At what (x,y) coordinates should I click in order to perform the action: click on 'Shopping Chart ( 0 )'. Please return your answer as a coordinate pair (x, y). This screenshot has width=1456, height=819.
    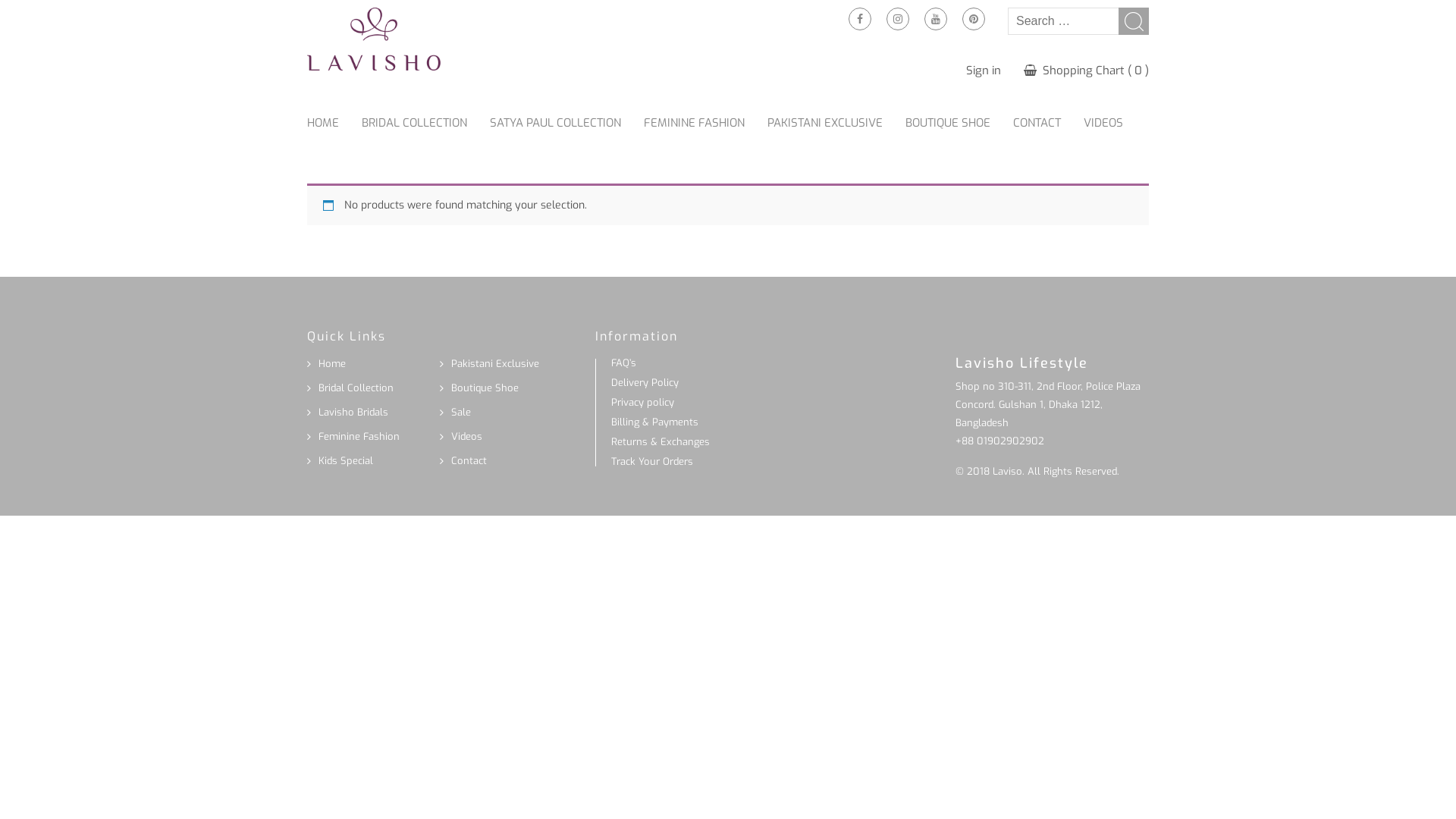
    Looking at the image, I should click on (1085, 70).